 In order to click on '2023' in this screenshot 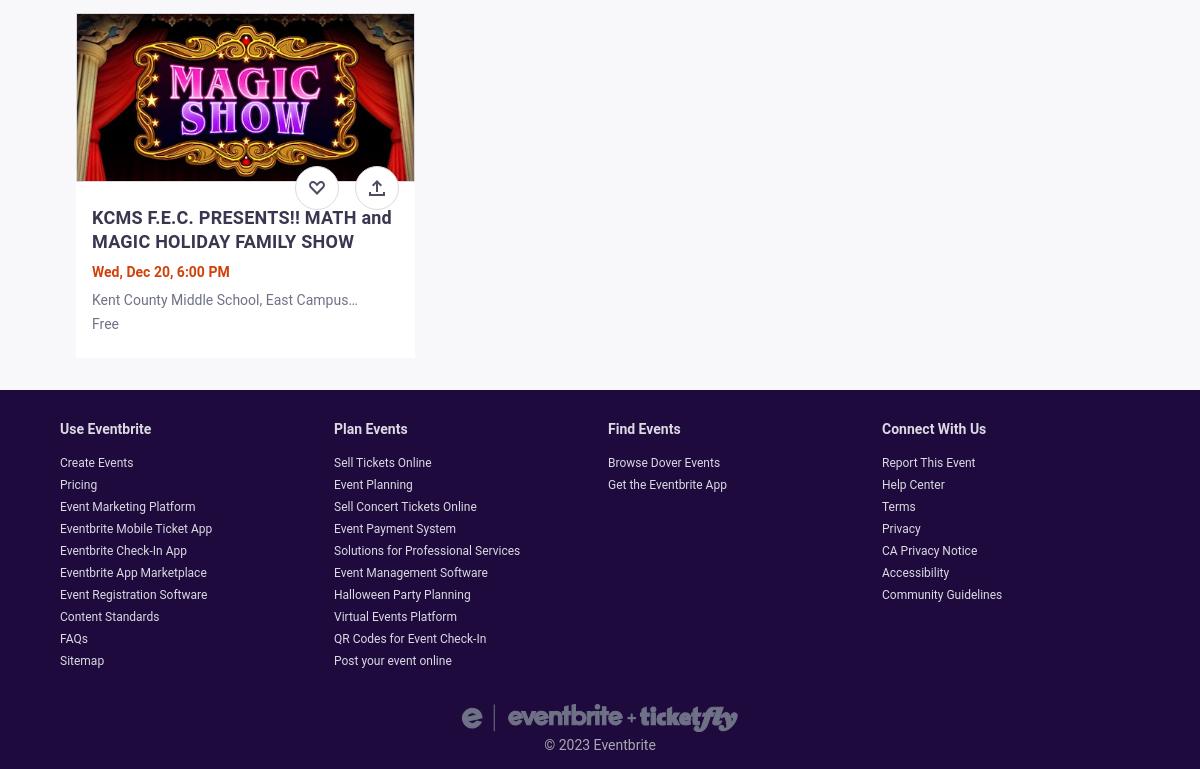, I will do `click(572, 745)`.